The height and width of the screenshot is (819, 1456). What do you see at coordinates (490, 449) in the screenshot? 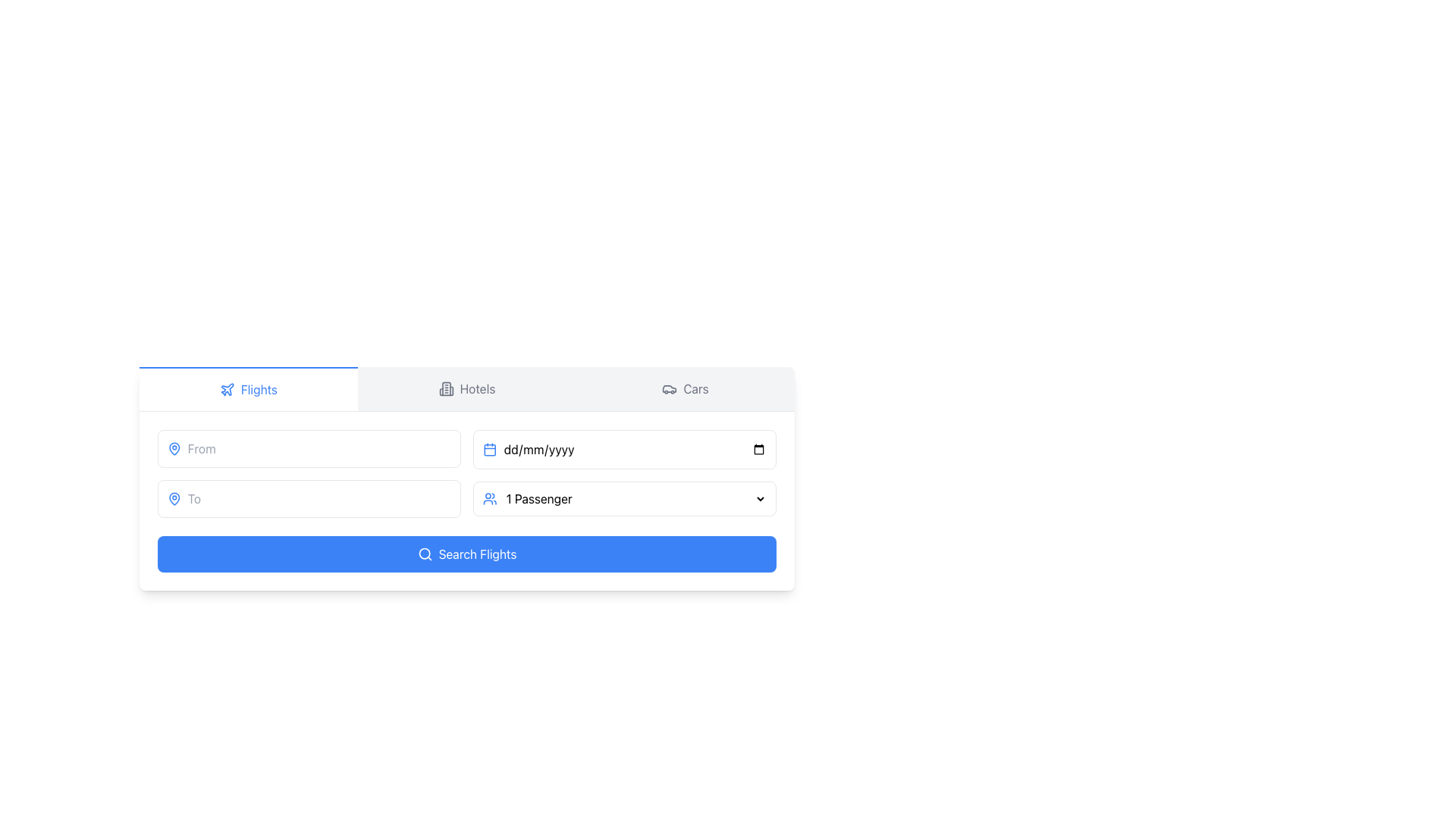
I see `the small rectangle with rounded corners that forms the main body of the blue calendar icon, located to the left of the date input field marked 'dd/mm/yyyy'` at bounding box center [490, 449].